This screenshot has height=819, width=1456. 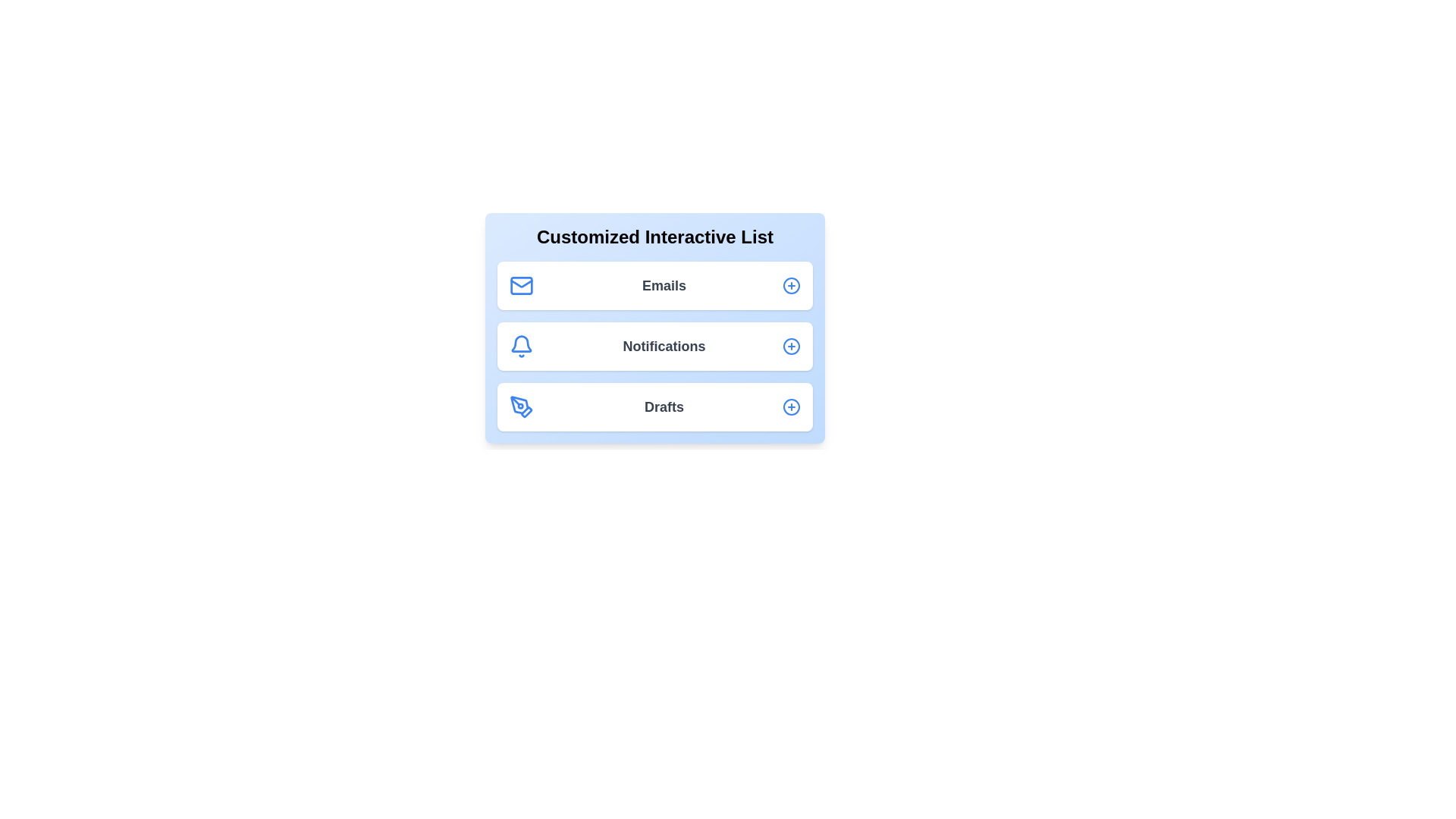 I want to click on the element corresponding to Drafts, so click(x=655, y=406).